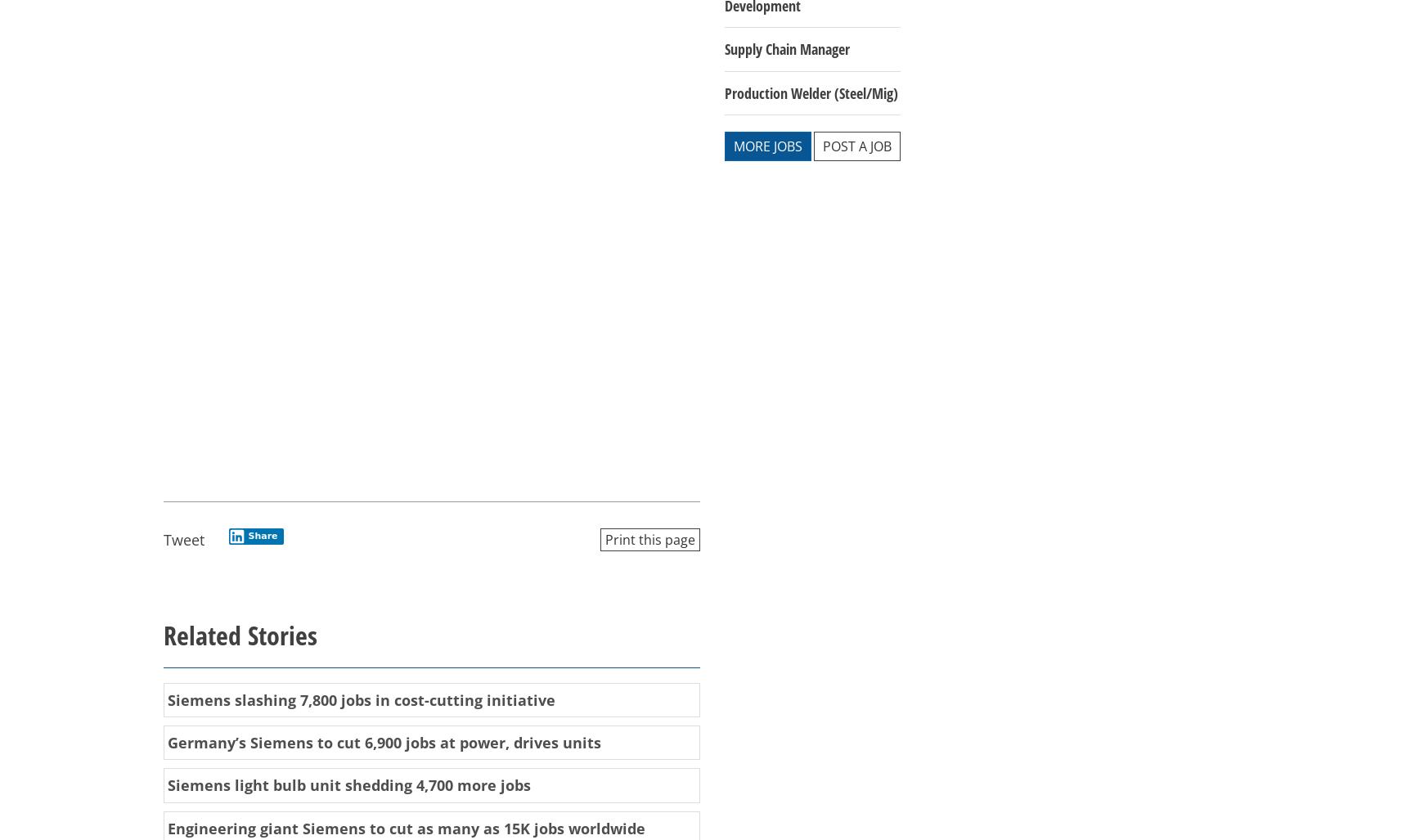 Image resolution: width=1411 pixels, height=840 pixels. What do you see at coordinates (239, 634) in the screenshot?
I see `'Related Stories'` at bounding box center [239, 634].